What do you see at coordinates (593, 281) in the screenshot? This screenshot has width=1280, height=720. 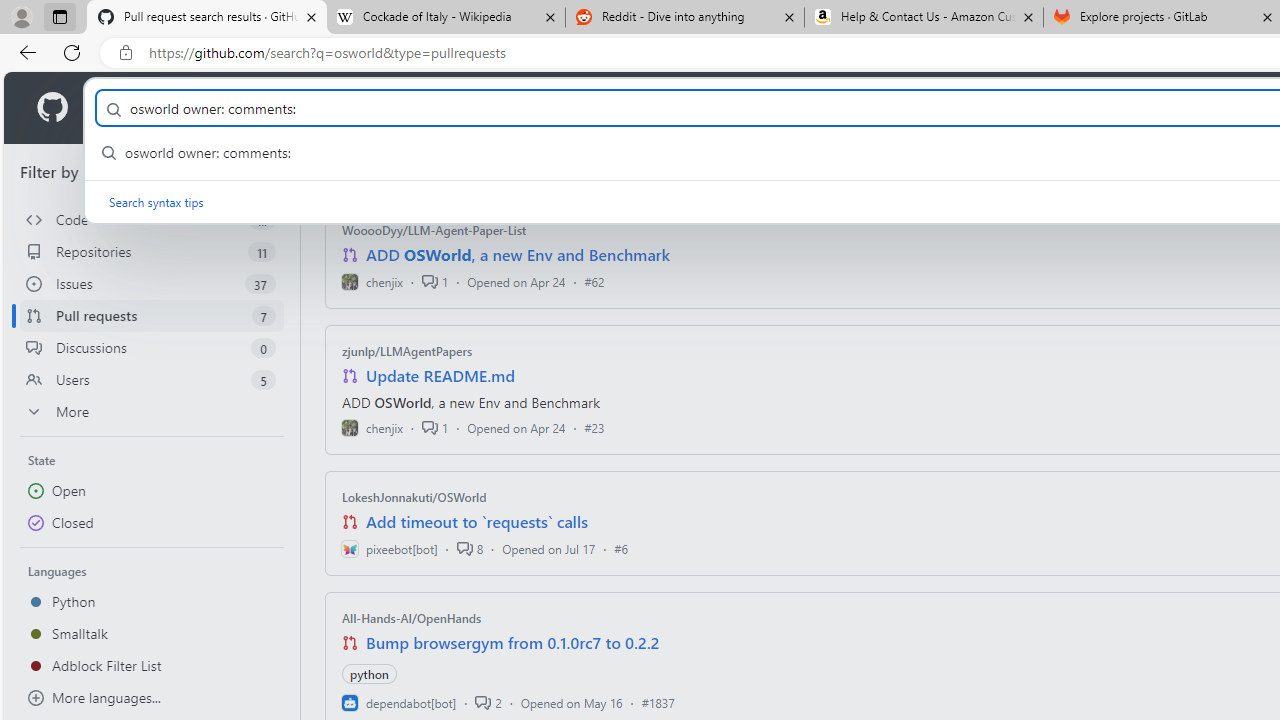 I see `'#62'` at bounding box center [593, 281].